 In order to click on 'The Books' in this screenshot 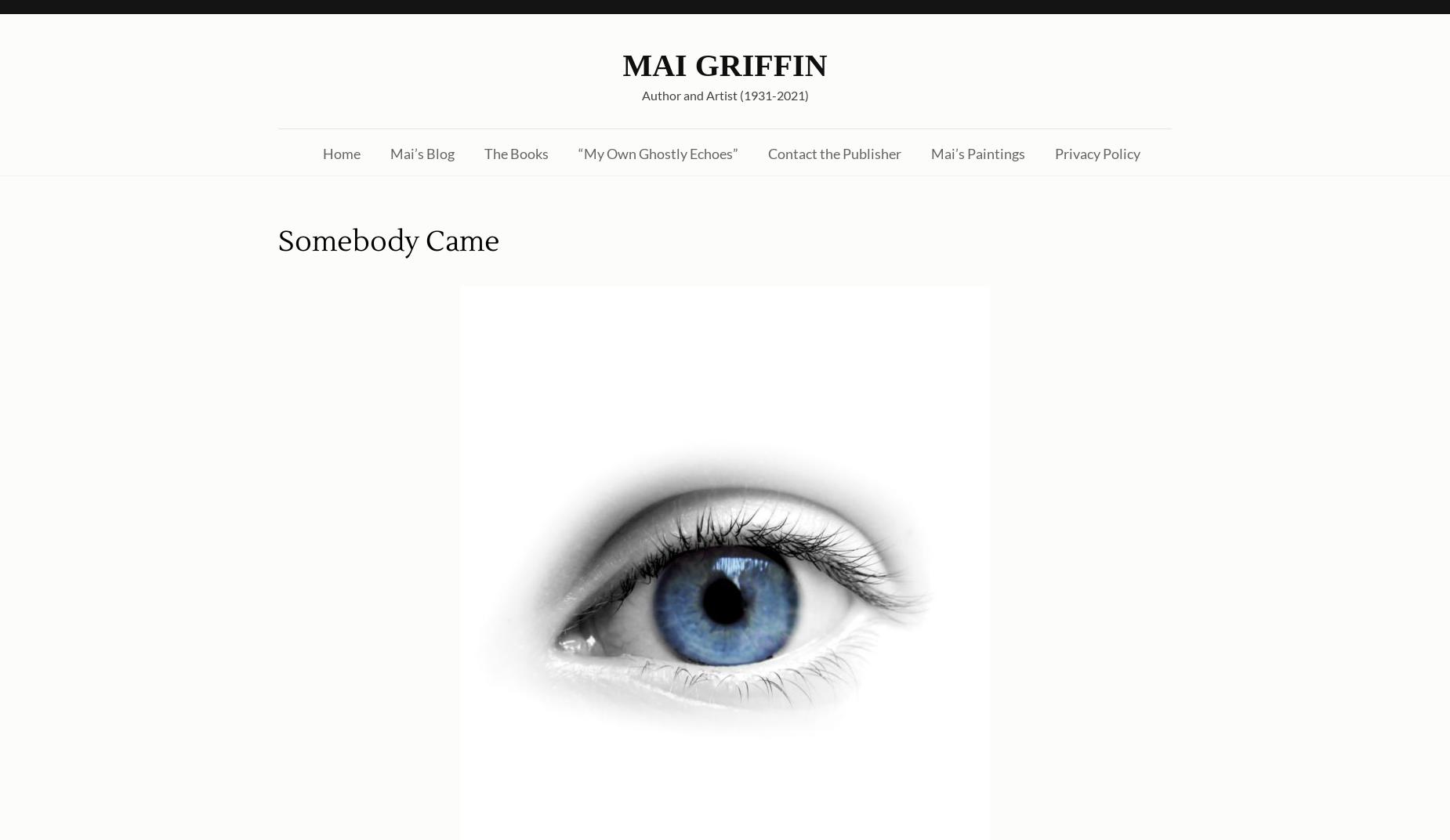, I will do `click(516, 152)`.